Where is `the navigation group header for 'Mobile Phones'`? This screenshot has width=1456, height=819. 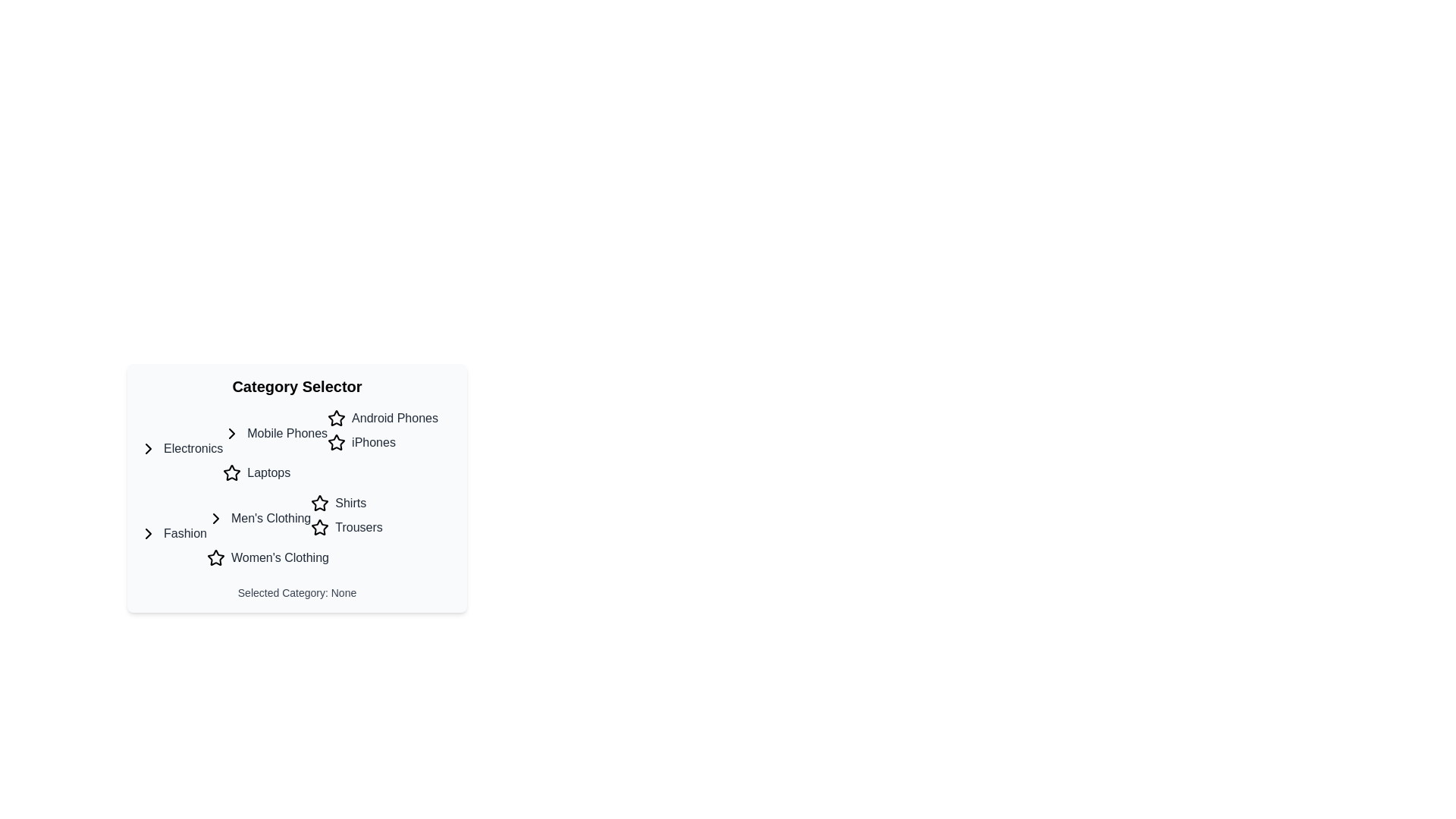
the navigation group header for 'Mobile Phones' is located at coordinates (330, 433).